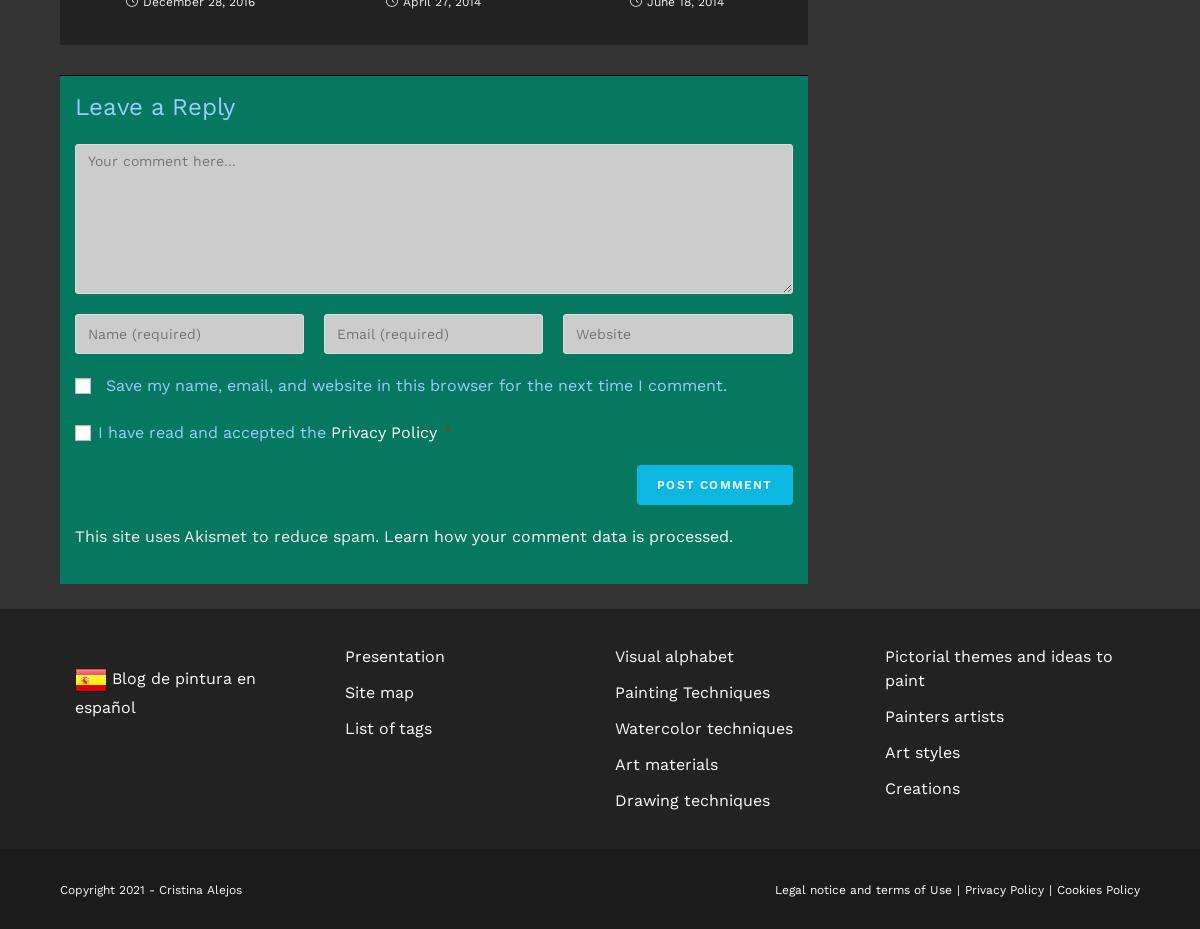 Image resolution: width=1200 pixels, height=929 pixels. Describe the element at coordinates (98, 431) in the screenshot. I see `'I have read and accepted the'` at that location.